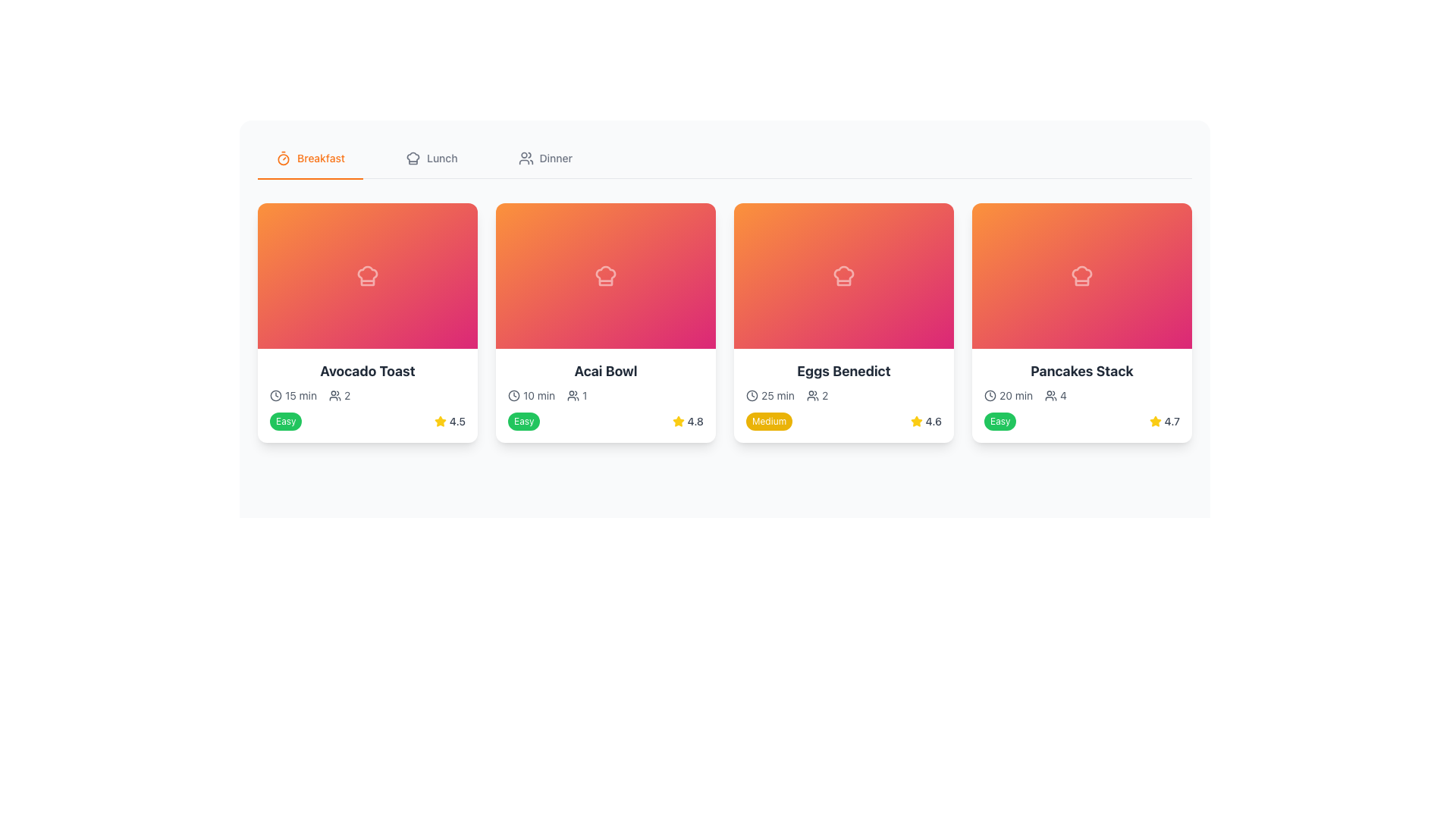 The width and height of the screenshot is (1456, 819). I want to click on the Decorative block with icon representing 'Avocado Toast' at the top-left corner of the grid layout, so click(367, 275).